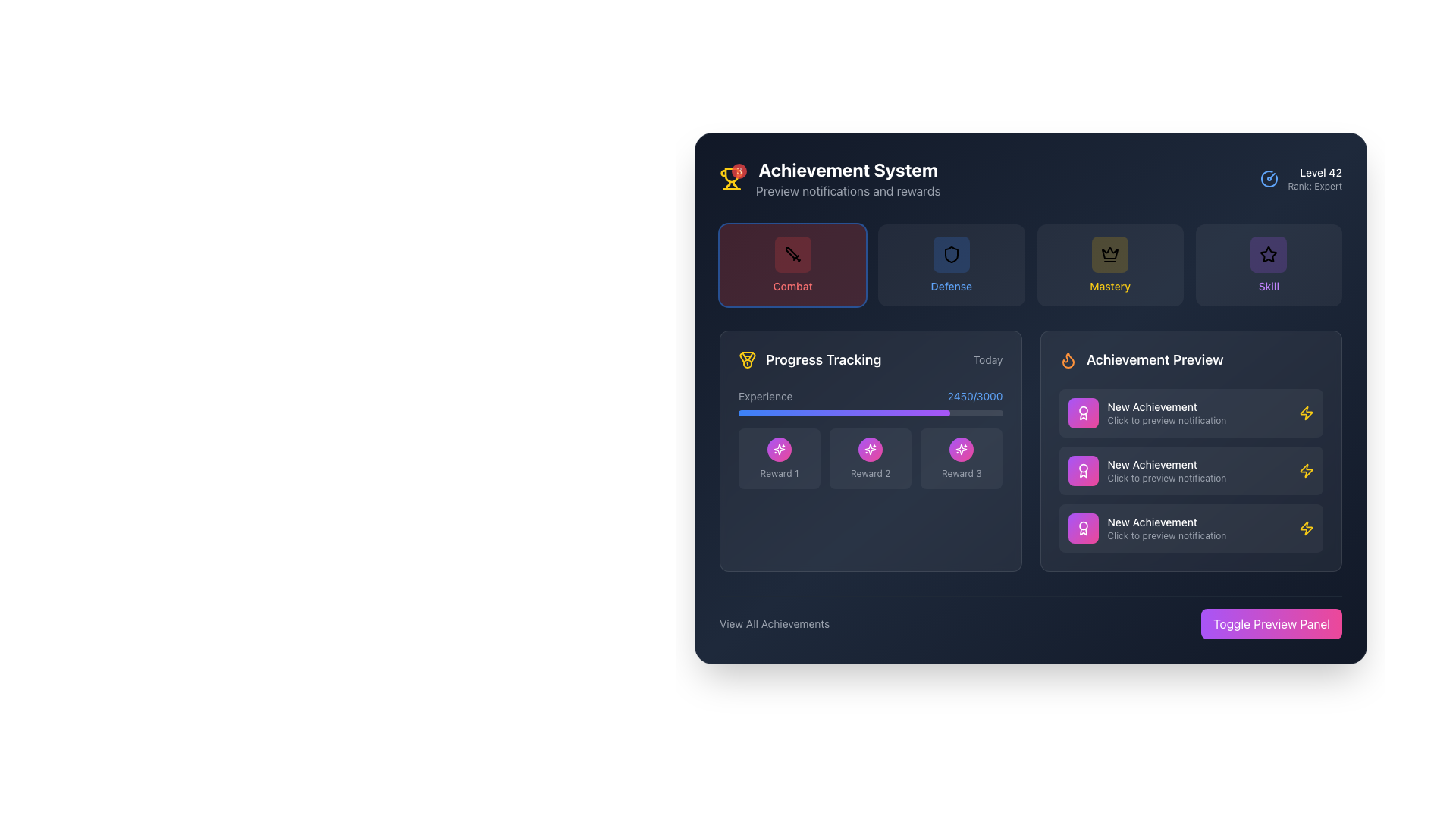  I want to click on the content of the 'New Achievement' text label, which is the second item in the vertically arranged list of achievement notifications, styled in bold white font with additional gray text for preview instructions, so click(1197, 470).